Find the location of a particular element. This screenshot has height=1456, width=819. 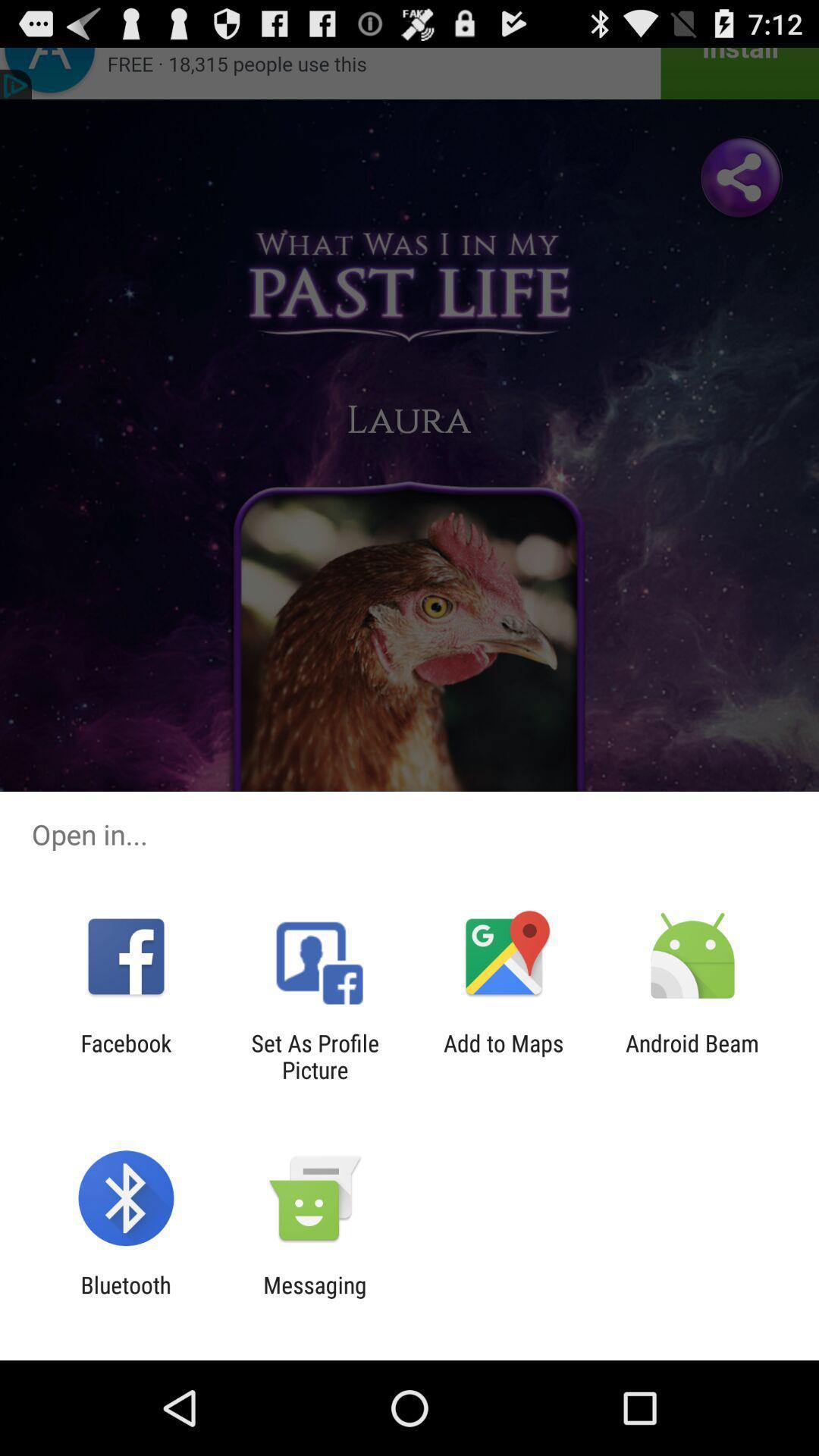

the bluetooth item is located at coordinates (125, 1298).